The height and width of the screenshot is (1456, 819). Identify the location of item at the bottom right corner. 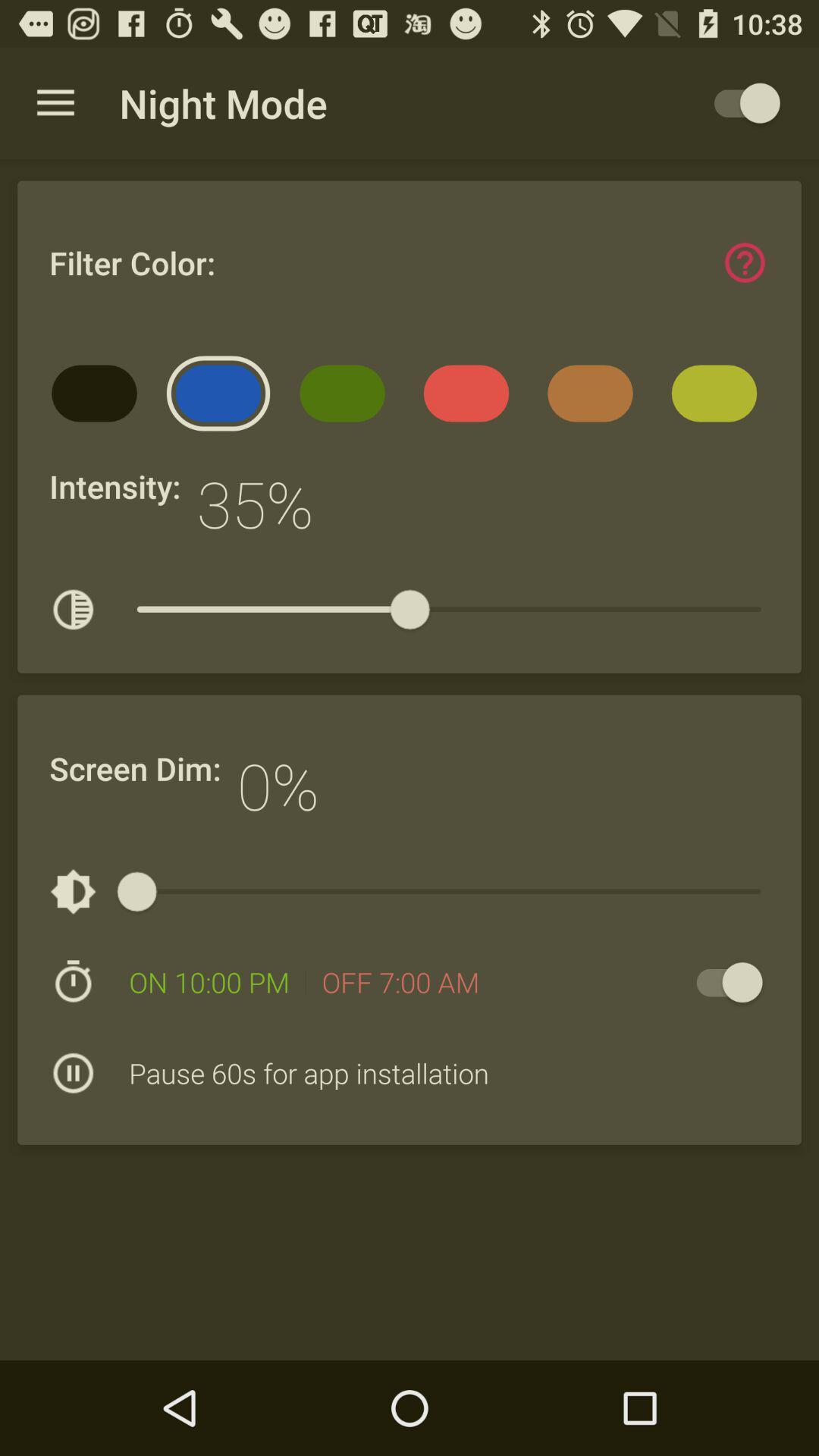
(721, 982).